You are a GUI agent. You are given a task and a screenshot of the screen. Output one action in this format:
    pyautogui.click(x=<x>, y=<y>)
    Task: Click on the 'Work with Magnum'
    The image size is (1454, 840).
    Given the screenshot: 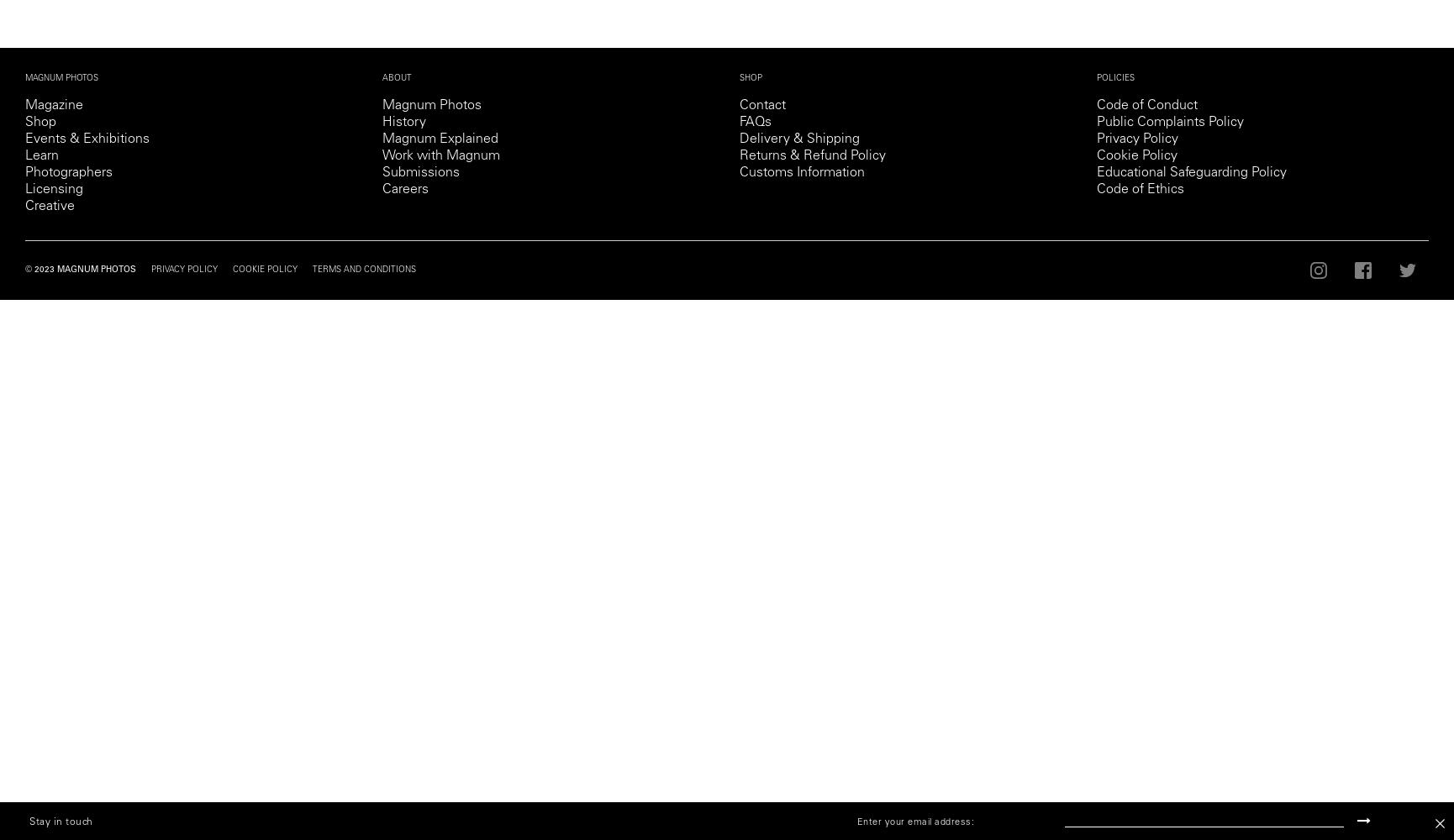 What is the action you would take?
    pyautogui.click(x=440, y=156)
    